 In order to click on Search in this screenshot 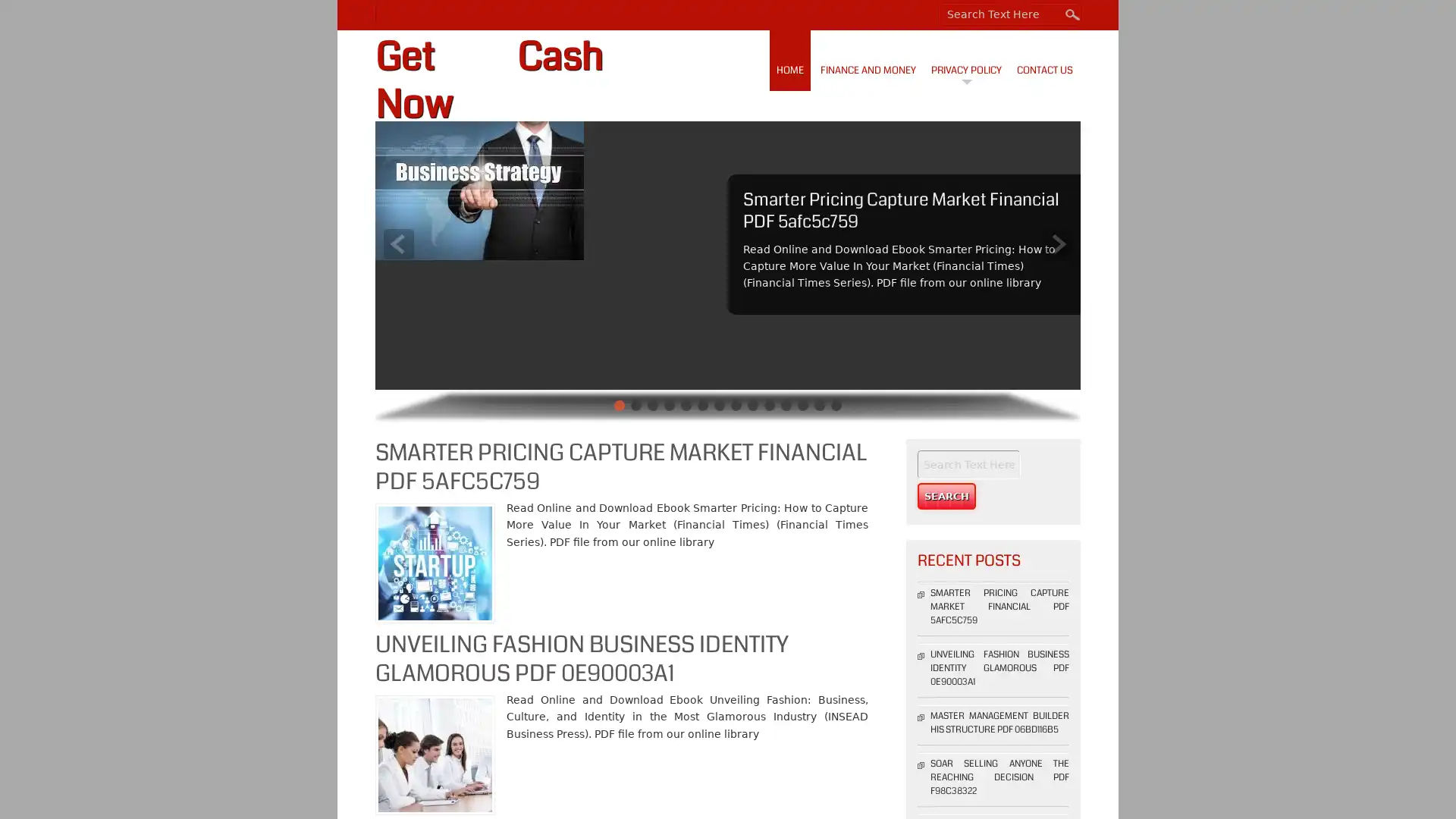, I will do `click(946, 496)`.